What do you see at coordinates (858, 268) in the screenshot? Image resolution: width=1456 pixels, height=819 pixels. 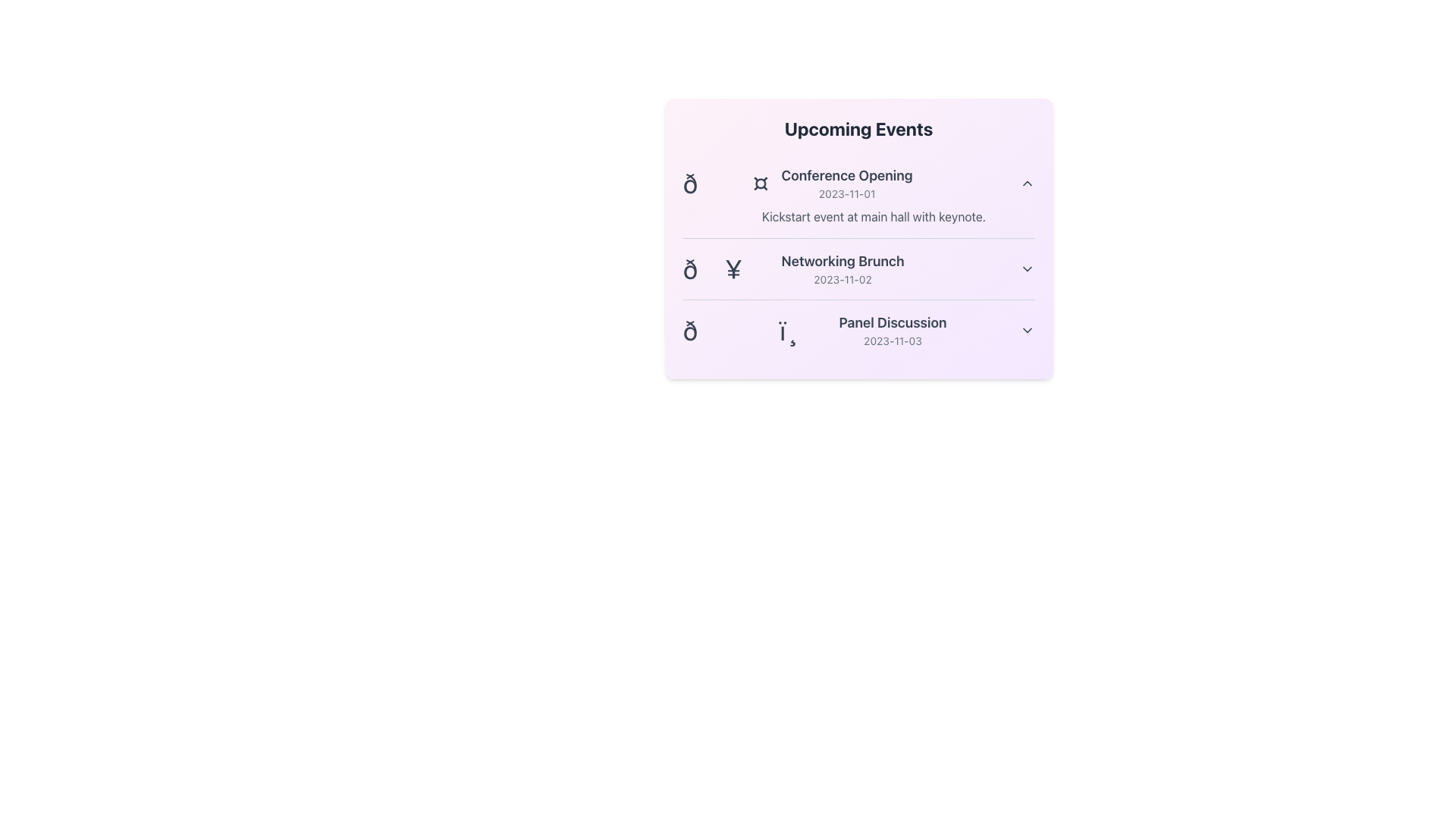 I see `the interactive arrow icon of the 'Networking Brunch' event in the Upcoming Events panel` at bounding box center [858, 268].